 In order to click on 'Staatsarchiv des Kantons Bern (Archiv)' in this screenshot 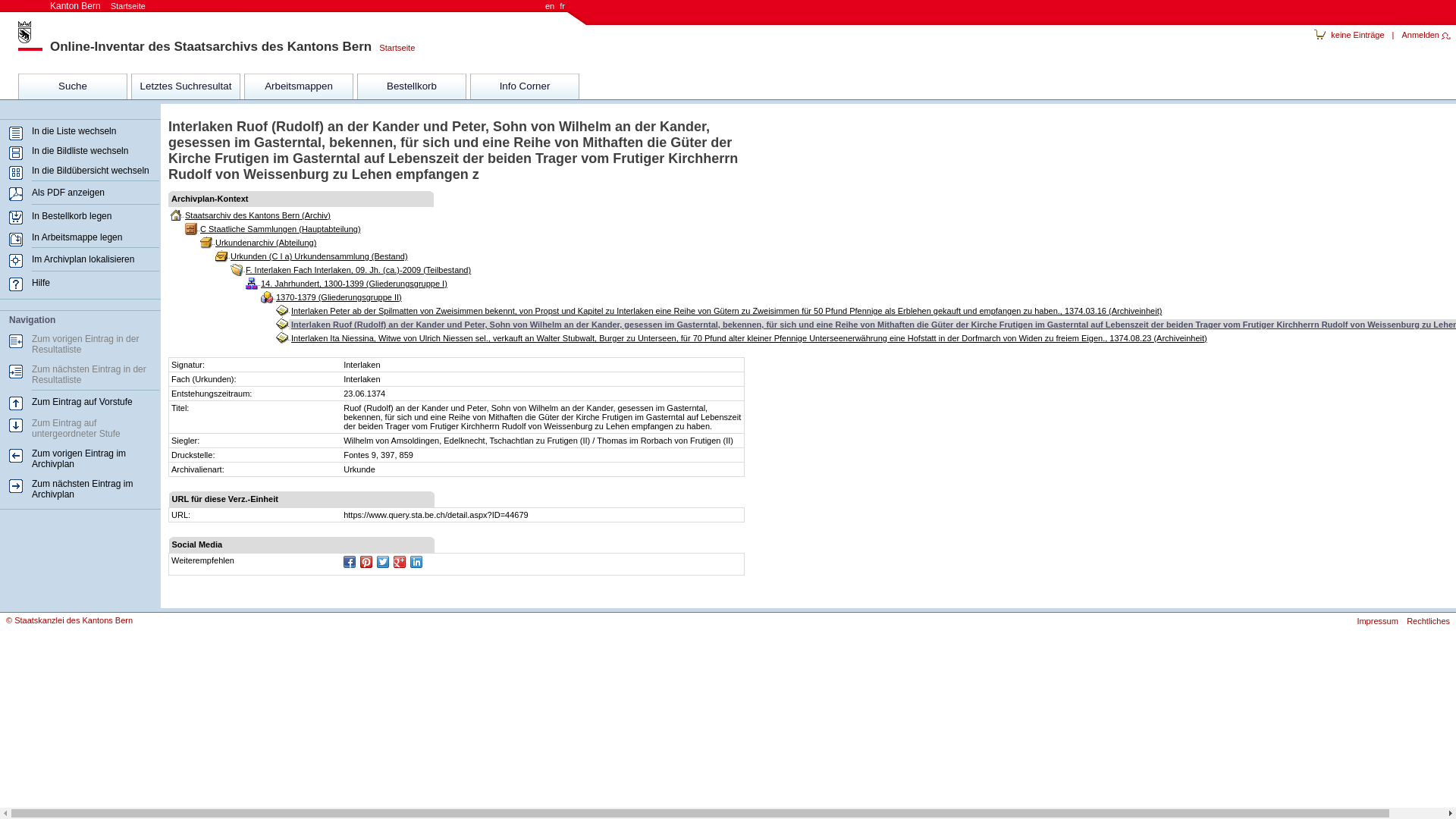, I will do `click(257, 215)`.